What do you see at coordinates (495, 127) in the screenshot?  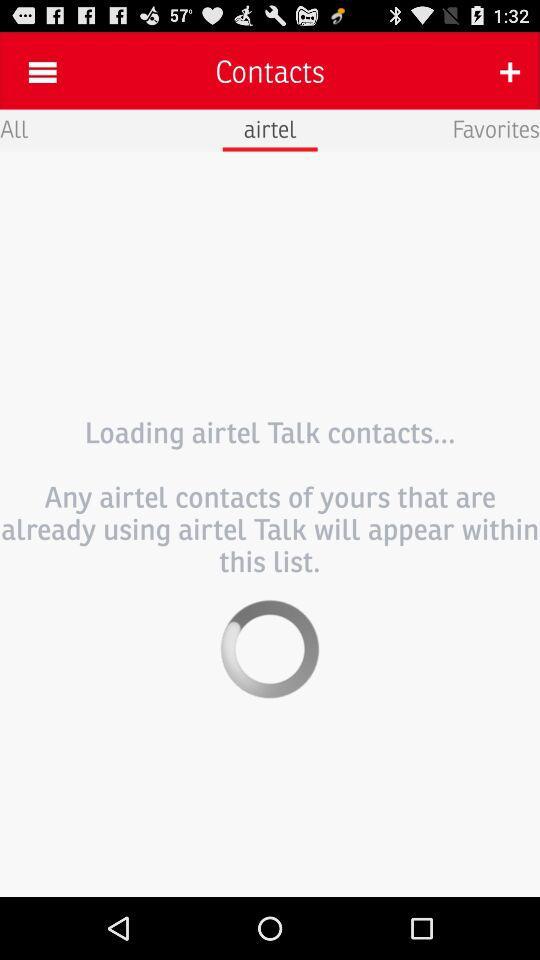 I see `app to the right of airtel icon` at bounding box center [495, 127].